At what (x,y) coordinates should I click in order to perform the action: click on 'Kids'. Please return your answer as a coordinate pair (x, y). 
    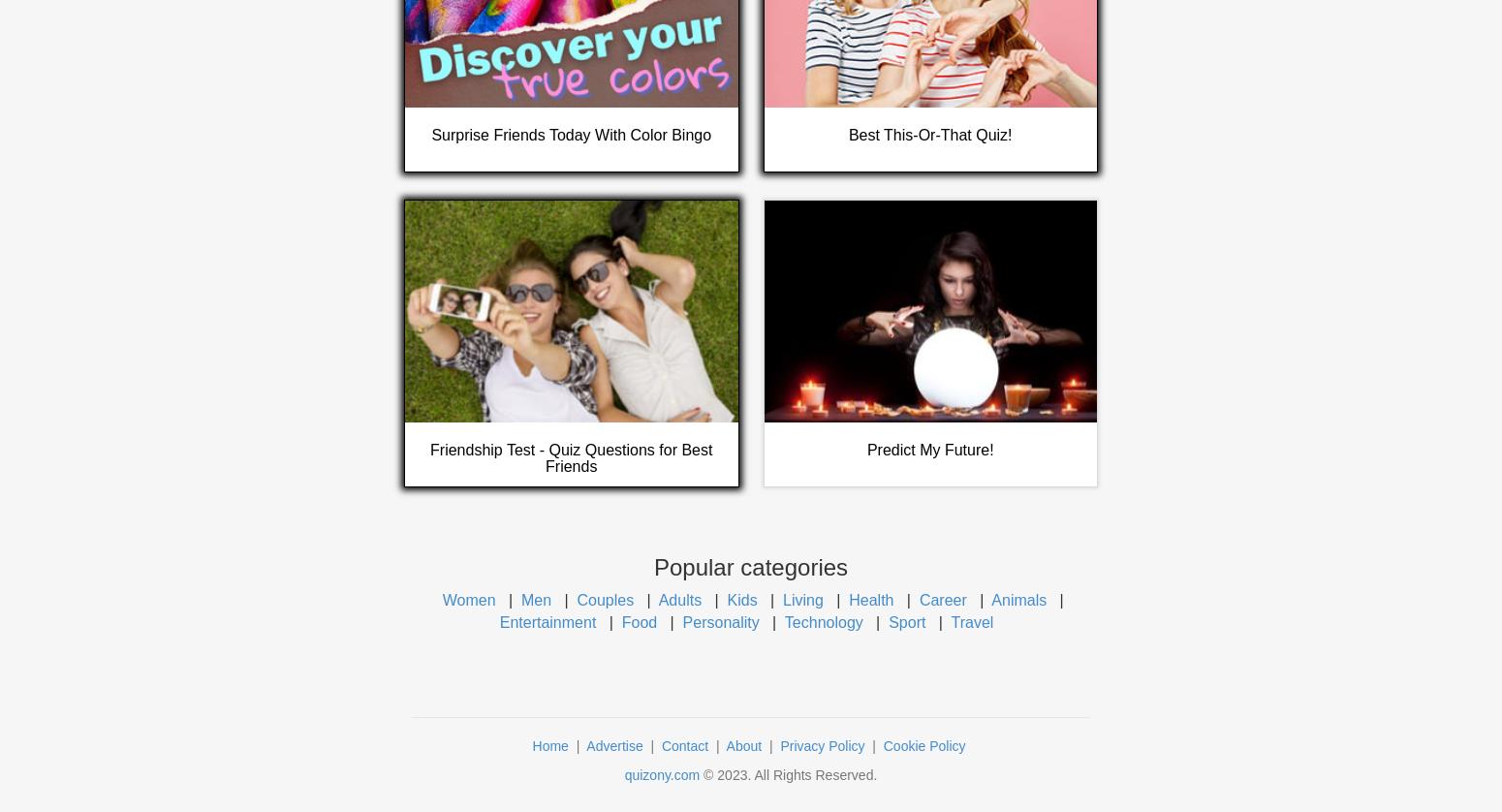
    Looking at the image, I should click on (727, 599).